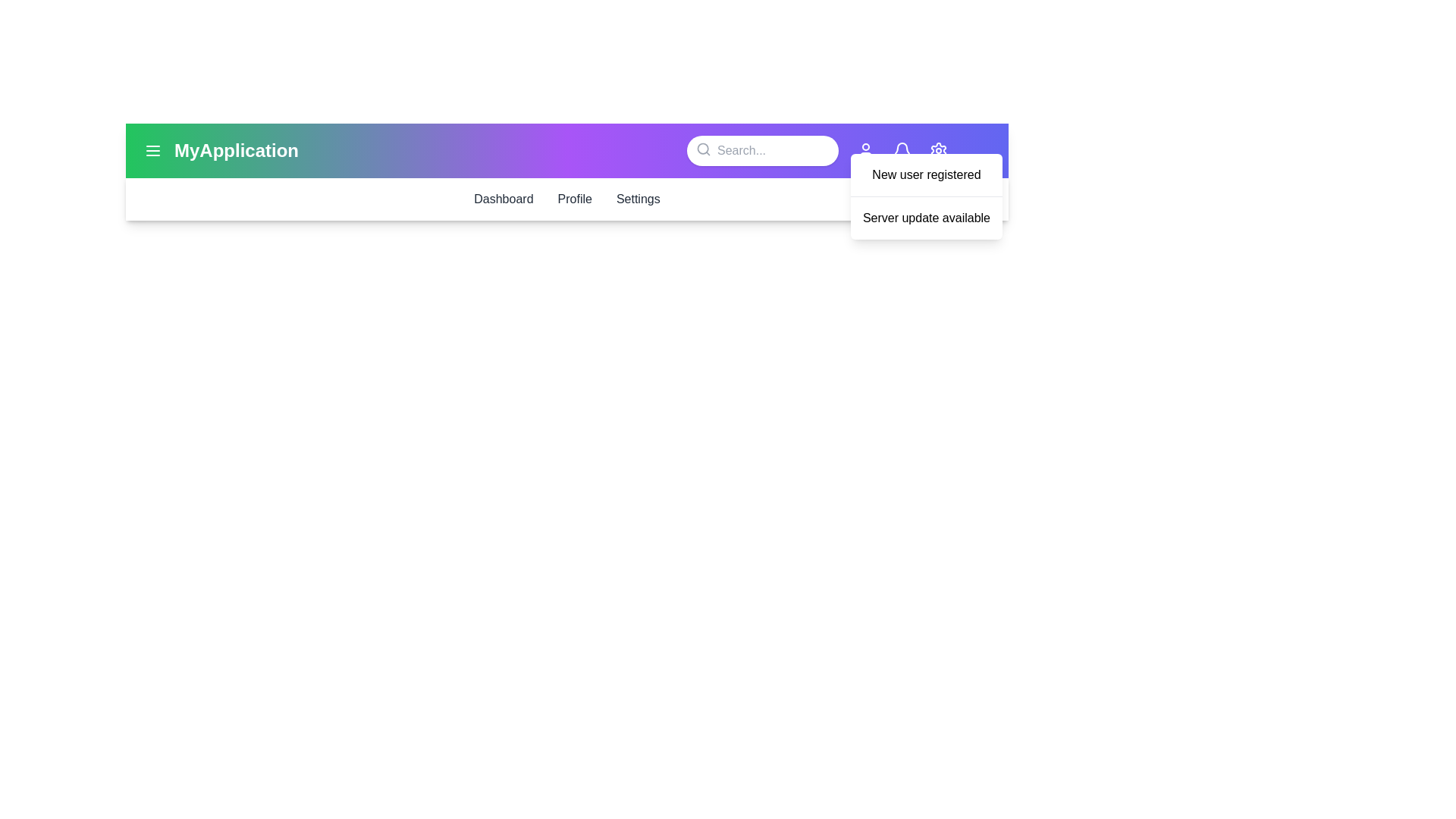 This screenshot has height=819, width=1456. Describe the element at coordinates (152, 151) in the screenshot. I see `the menu button to toggle the menu open/close state` at that location.